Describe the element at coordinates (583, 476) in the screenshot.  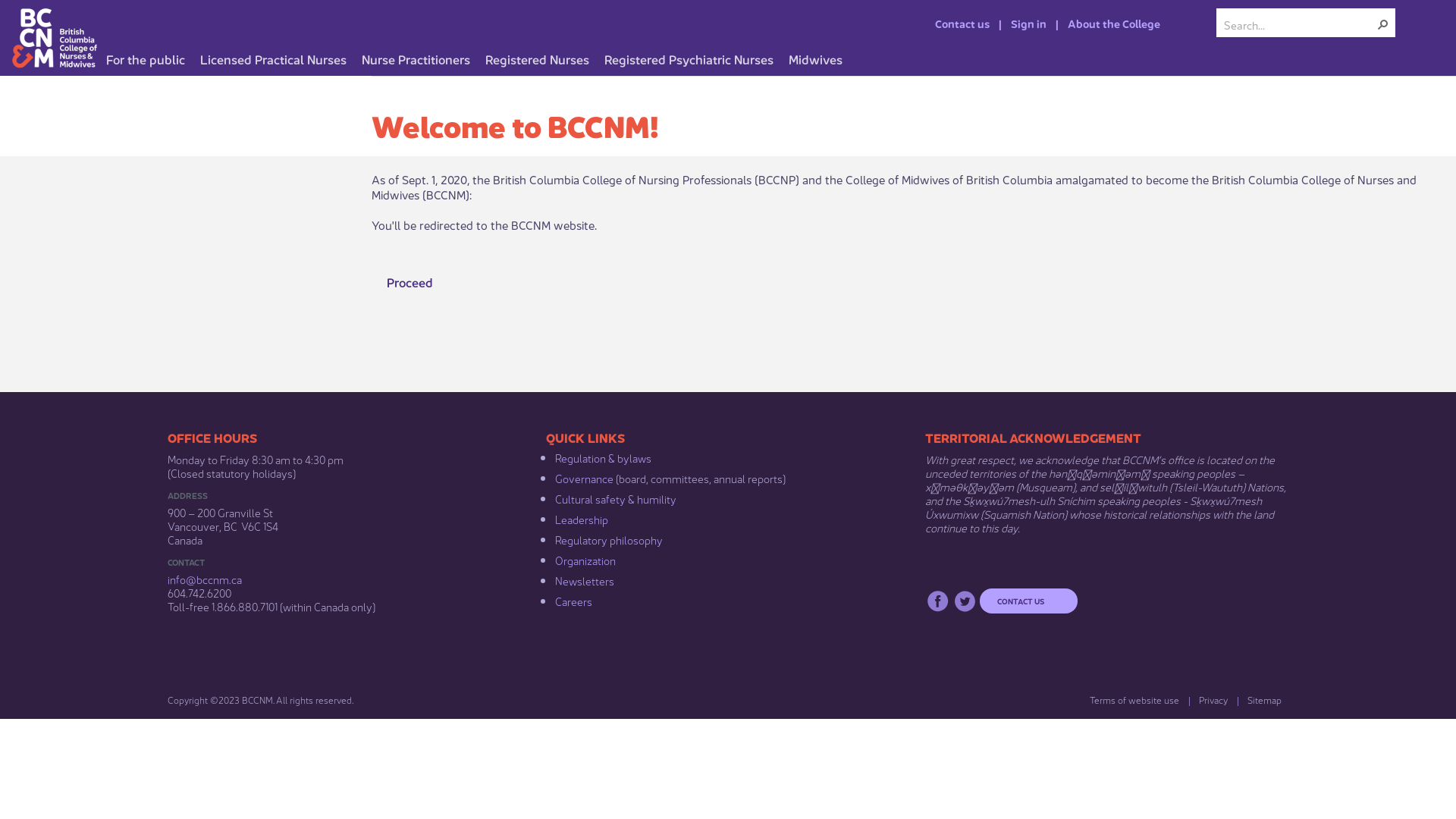
I see `'Governance'` at that location.